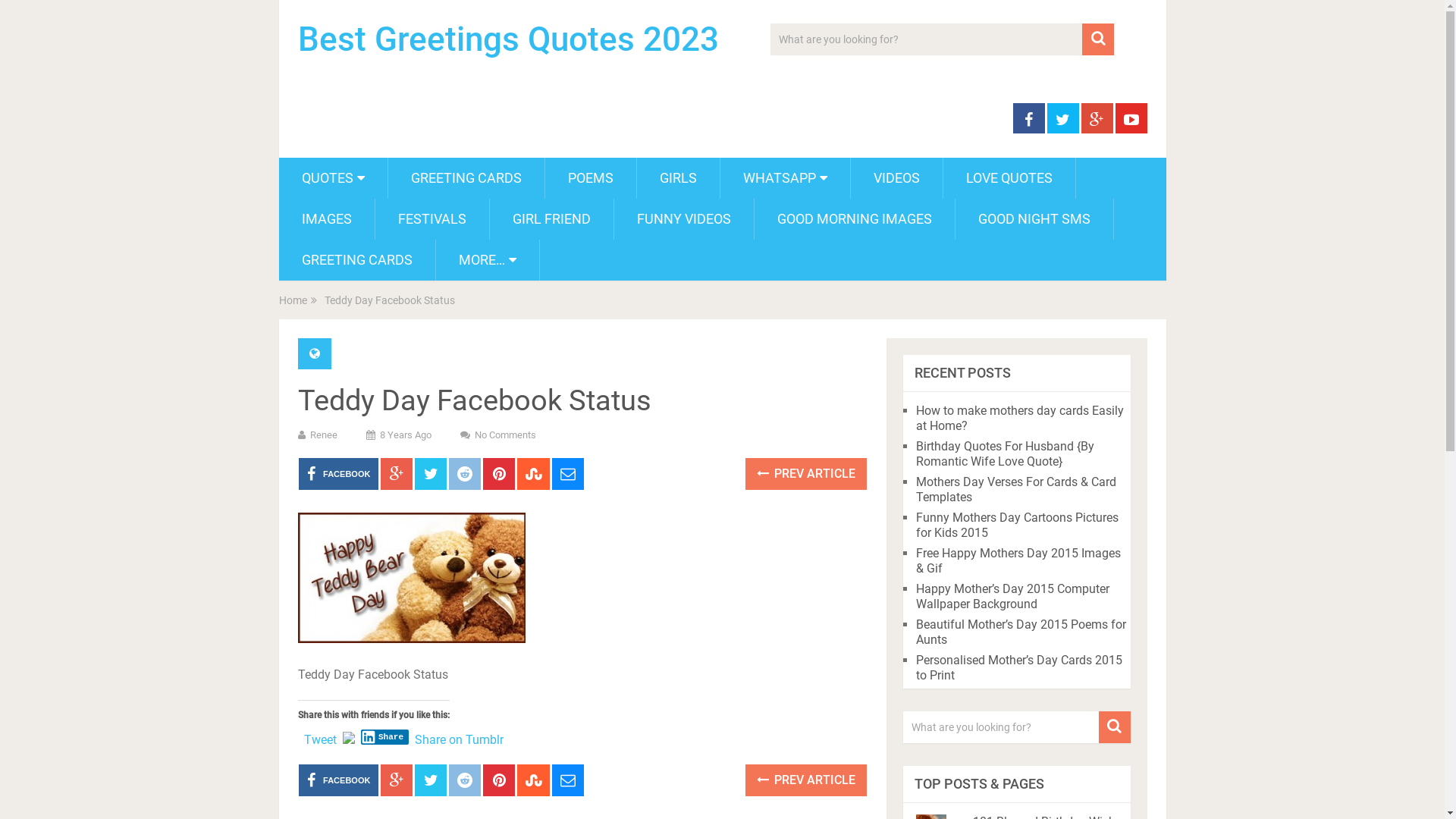 Image resolution: width=1456 pixels, height=819 pixels. I want to click on 'GREETING CARDS', so click(279, 259).